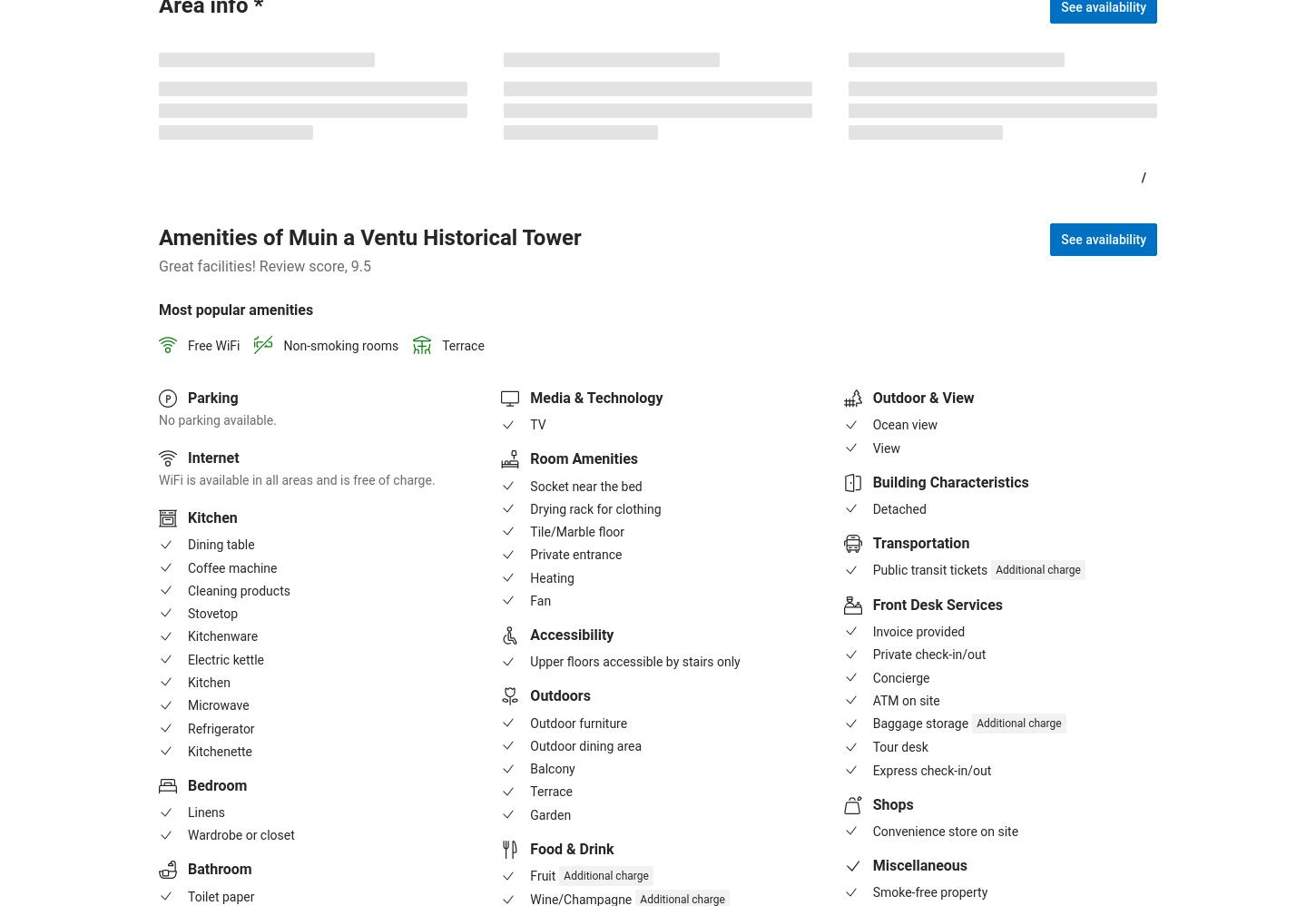 The width and height of the screenshot is (1316, 906). I want to click on 'Tour desk', so click(871, 746).